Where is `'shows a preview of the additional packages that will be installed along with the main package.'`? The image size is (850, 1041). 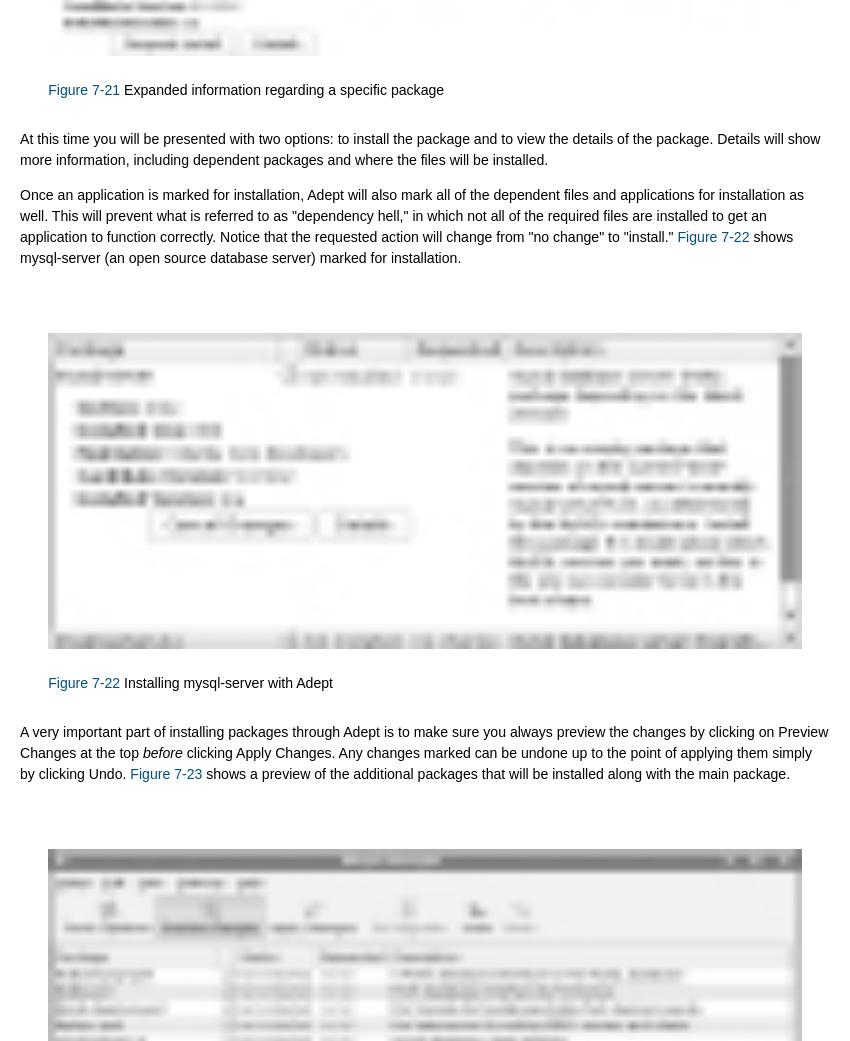 'shows a preview of the additional packages that will be installed along with the main package.' is located at coordinates (495, 773).